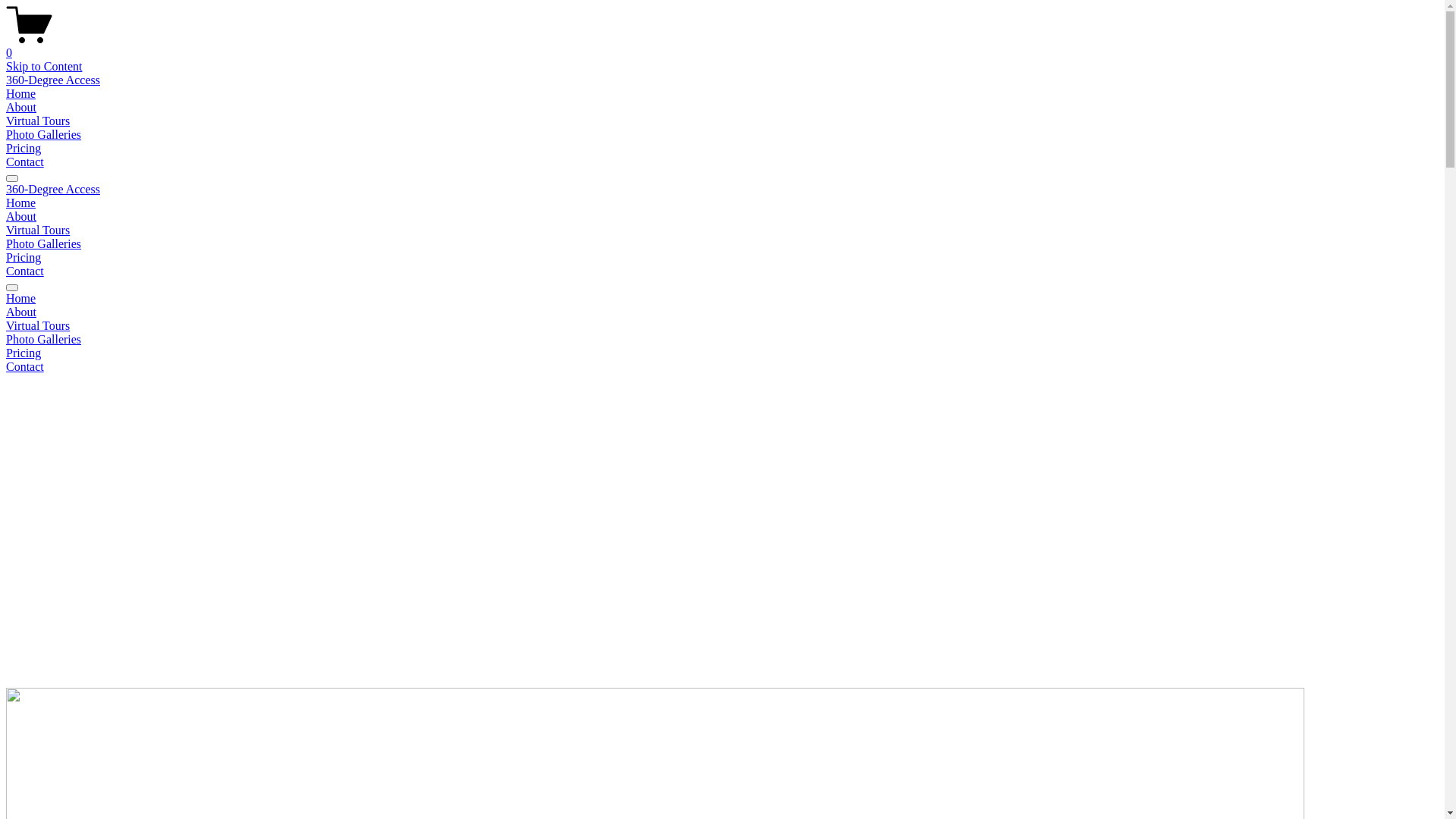 This screenshot has height=819, width=1456. What do you see at coordinates (6, 202) in the screenshot?
I see `'Home'` at bounding box center [6, 202].